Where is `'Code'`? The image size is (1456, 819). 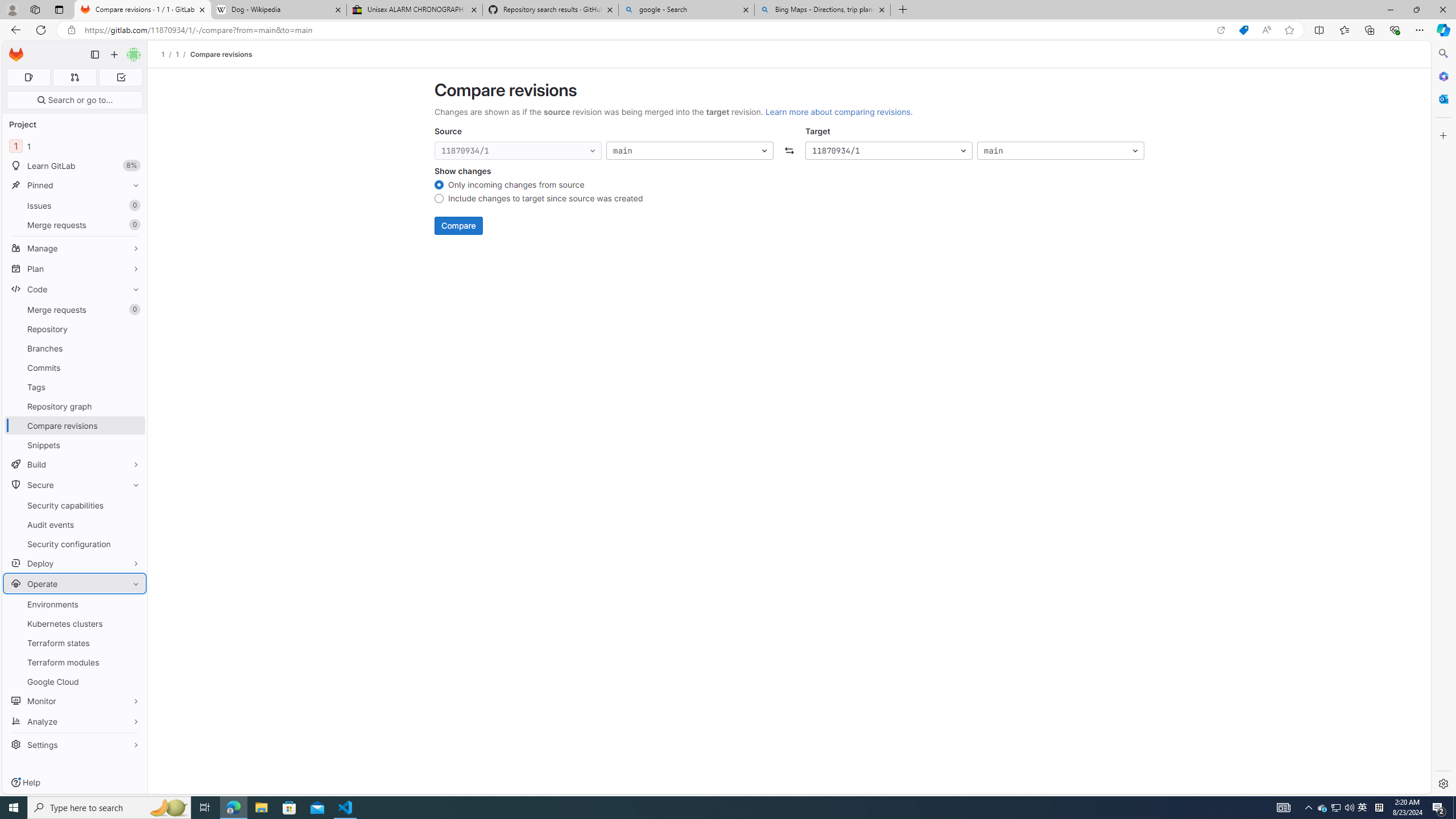 'Code' is located at coordinates (74, 289).